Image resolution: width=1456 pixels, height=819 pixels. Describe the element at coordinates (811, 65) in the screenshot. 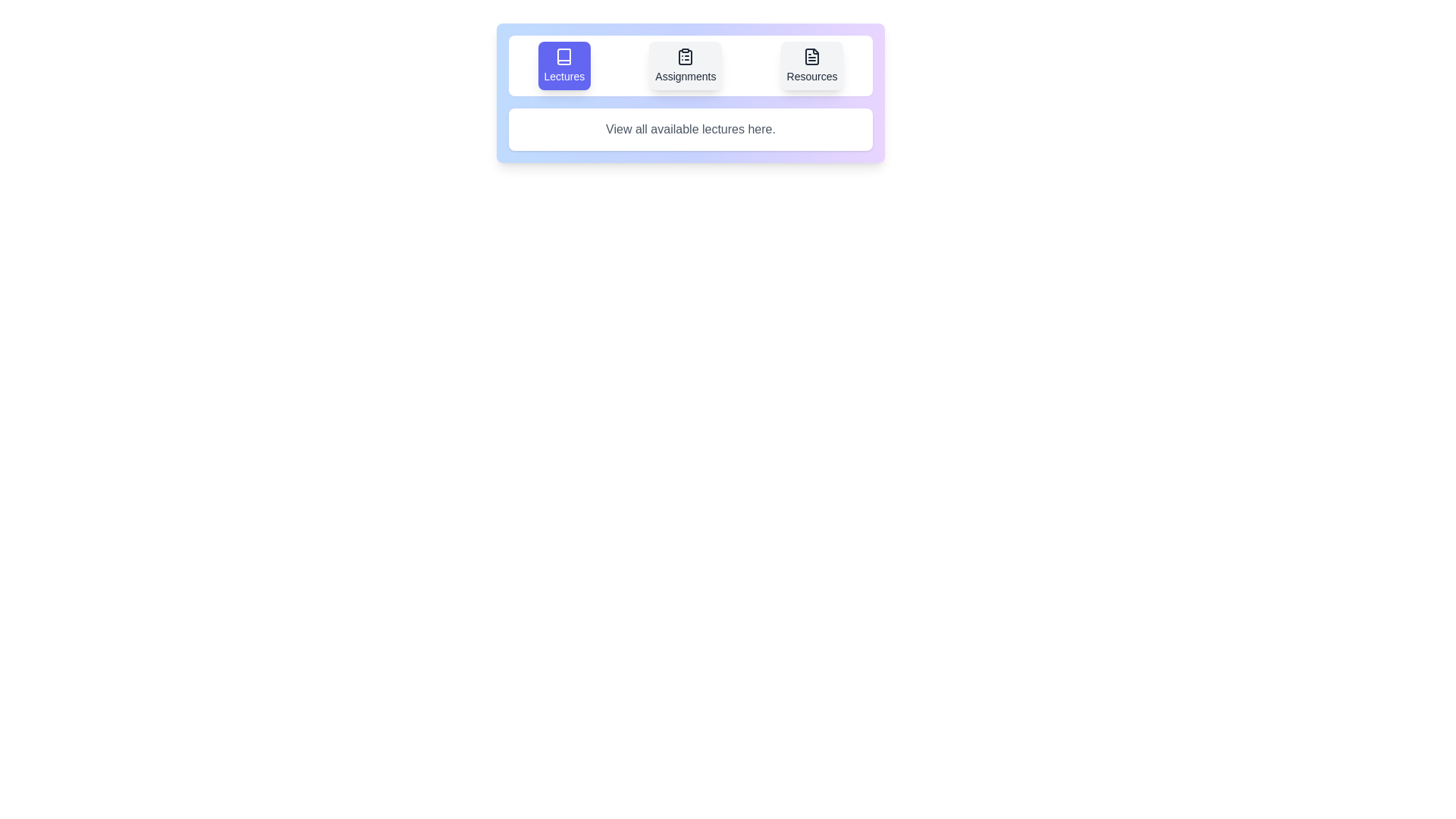

I see `the Resources tab by clicking on its button` at that location.